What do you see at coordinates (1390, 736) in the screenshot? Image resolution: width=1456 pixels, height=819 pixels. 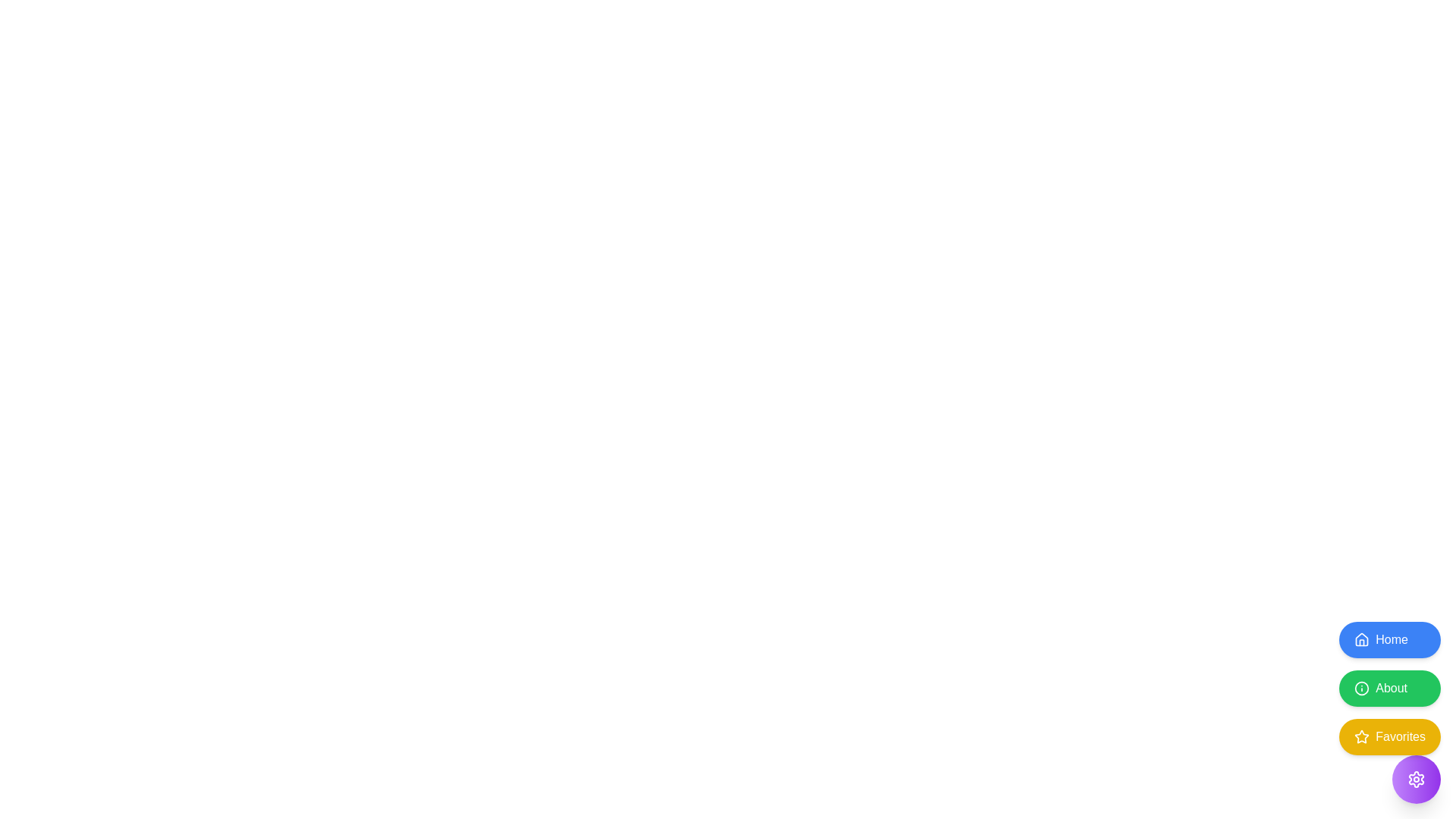 I see `the favorites button located in the bottom-right corner, which is the third button in a vertical stack, right below the 'About' button` at bounding box center [1390, 736].